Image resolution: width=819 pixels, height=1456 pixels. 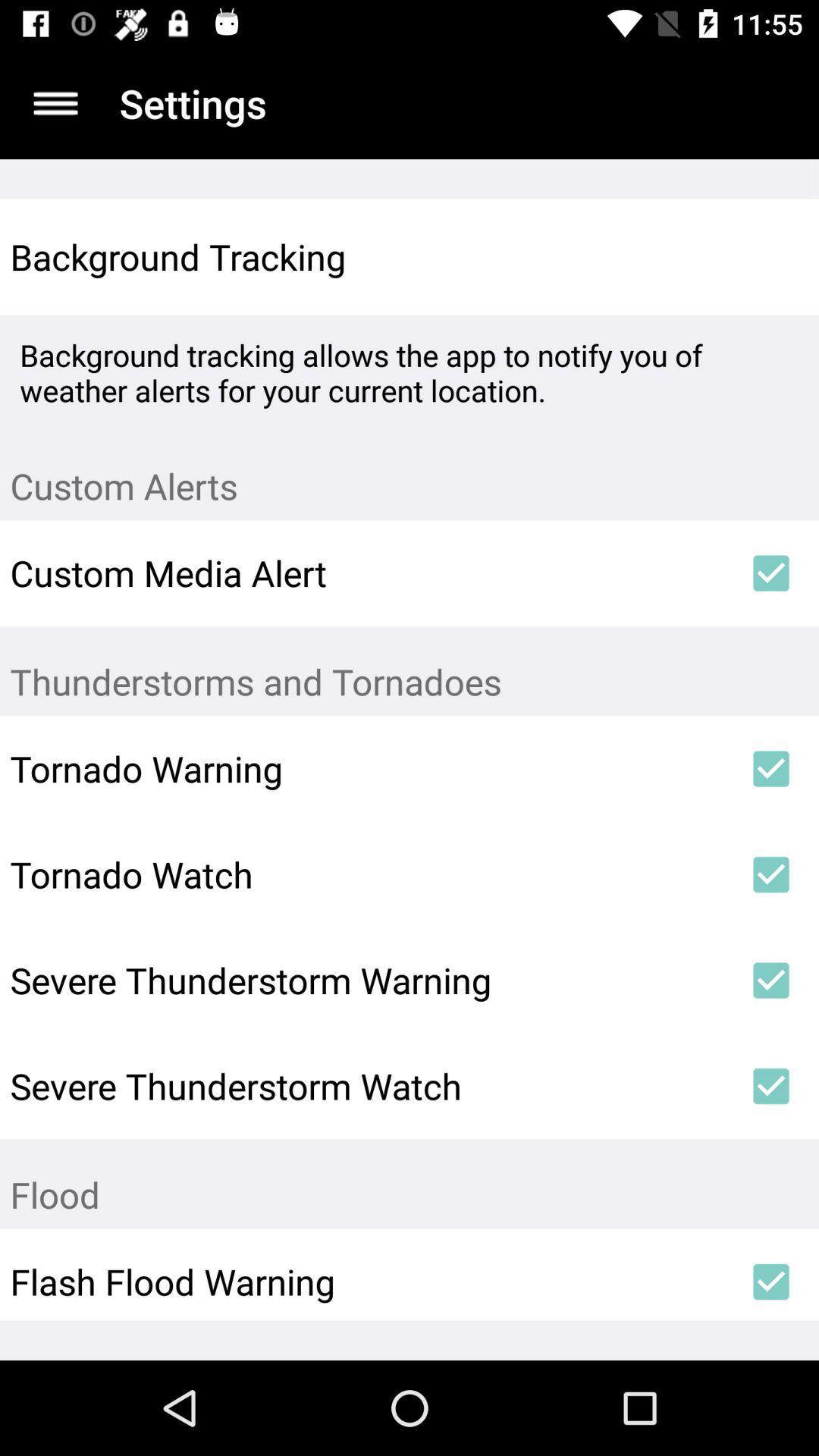 What do you see at coordinates (55, 102) in the screenshot?
I see `sidebar` at bounding box center [55, 102].